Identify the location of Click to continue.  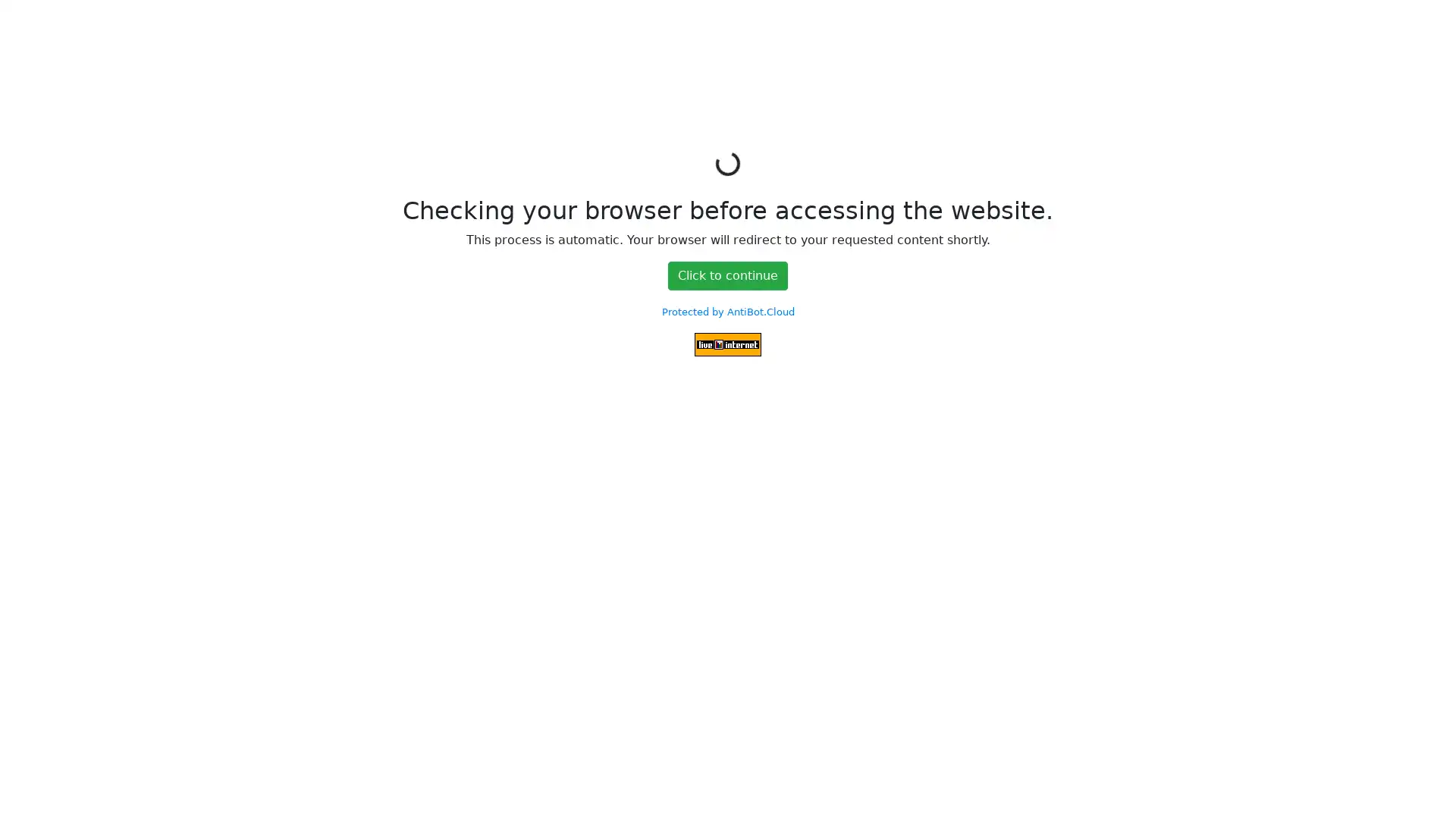
(728, 275).